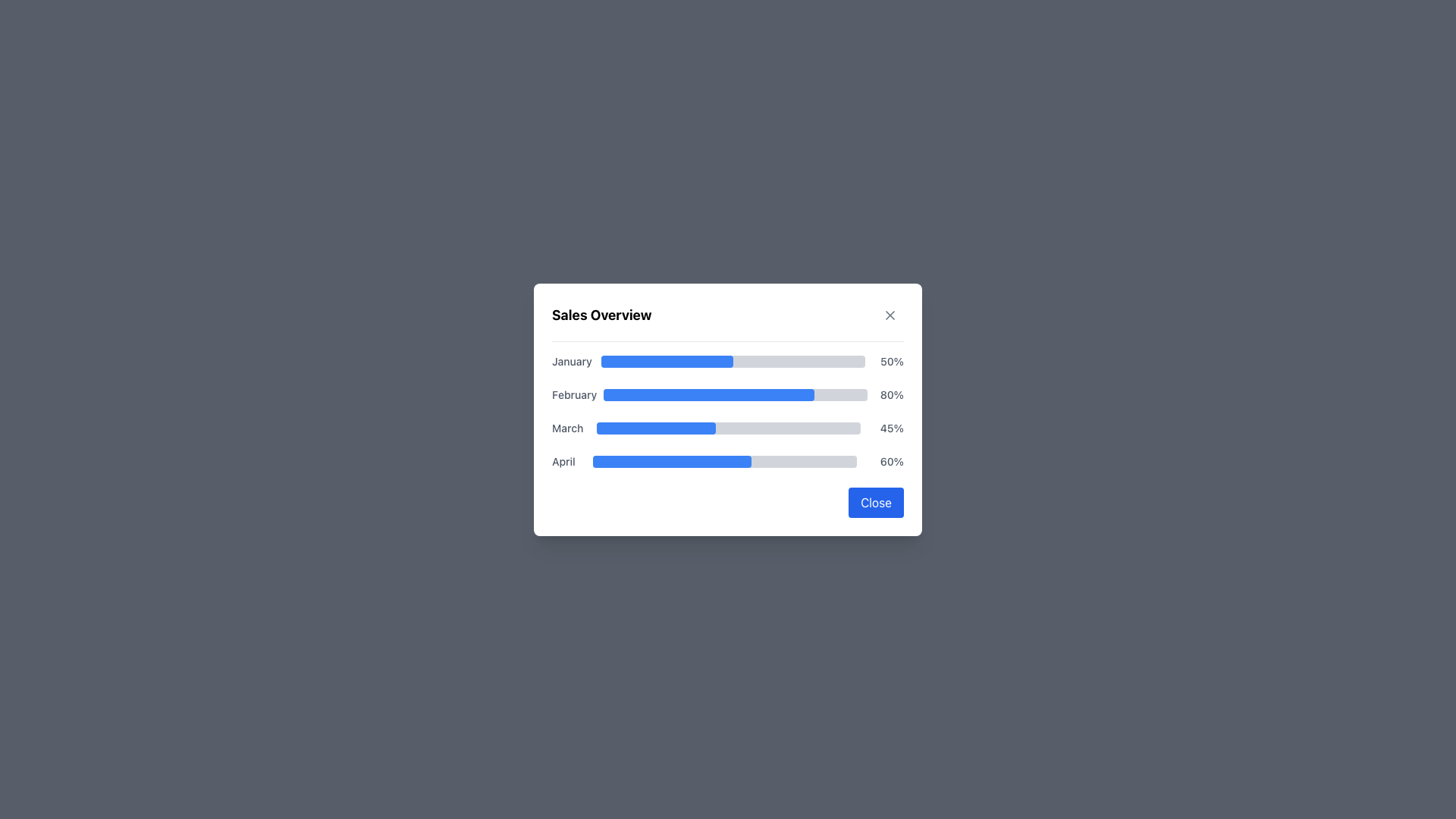 The image size is (1456, 819). What do you see at coordinates (889, 428) in the screenshot?
I see `the label displaying '45%' in gray, which is positioned to the right of the blue progress bar and the 'March' label in the lower part of the modal dialog box` at bounding box center [889, 428].